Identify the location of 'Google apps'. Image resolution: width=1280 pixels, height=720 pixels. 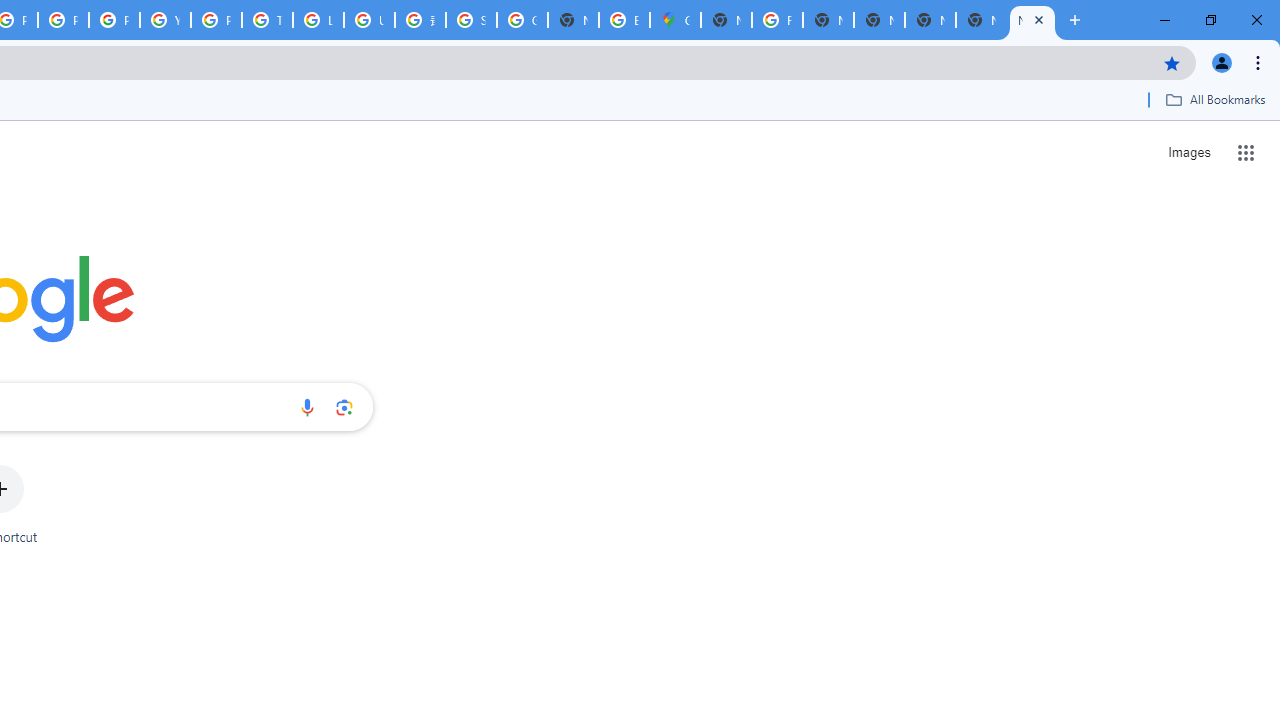
(1245, 152).